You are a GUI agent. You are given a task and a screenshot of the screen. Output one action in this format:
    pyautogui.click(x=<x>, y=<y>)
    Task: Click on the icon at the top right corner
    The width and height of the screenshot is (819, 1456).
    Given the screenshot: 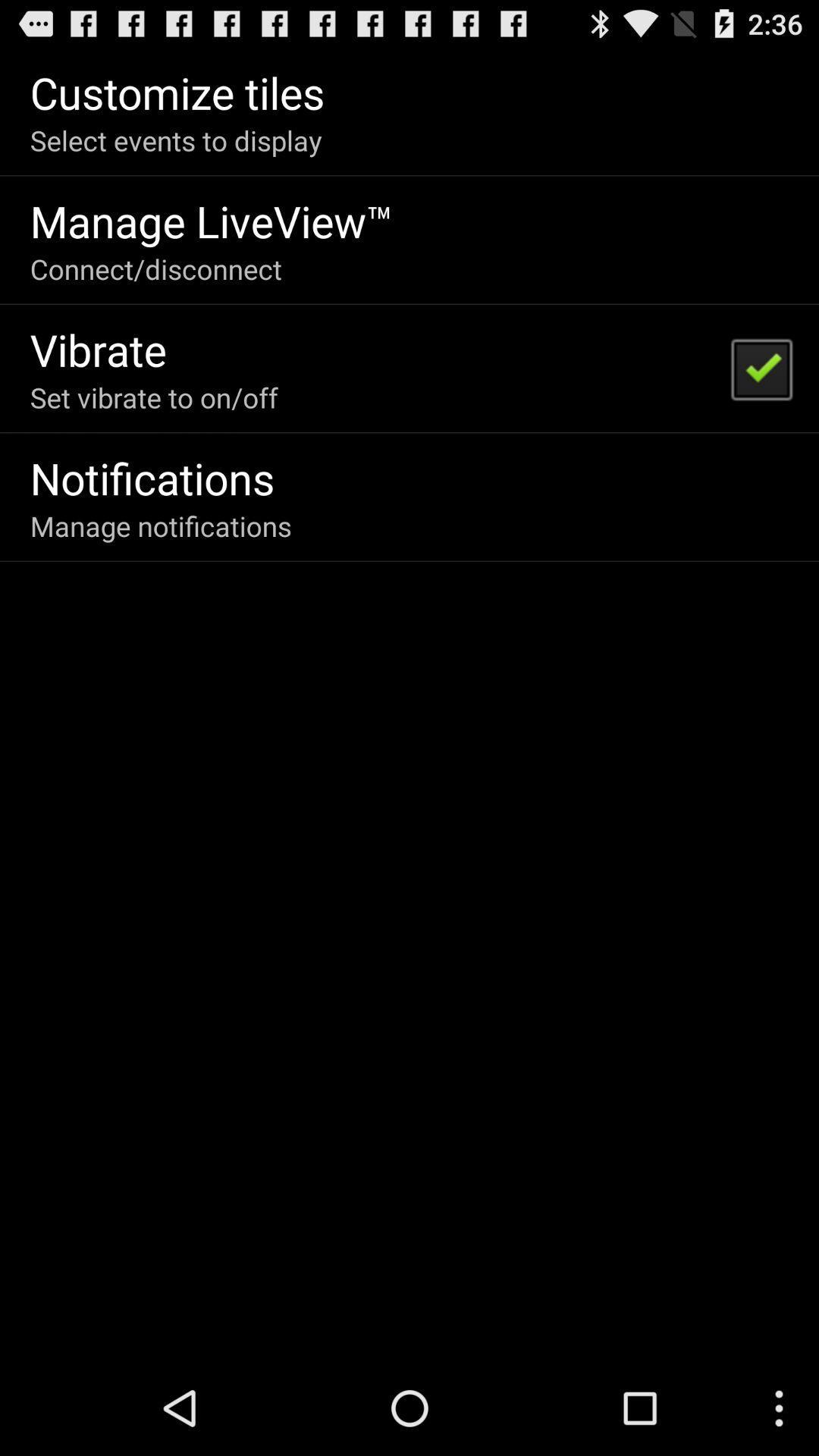 What is the action you would take?
    pyautogui.click(x=761, y=368)
    